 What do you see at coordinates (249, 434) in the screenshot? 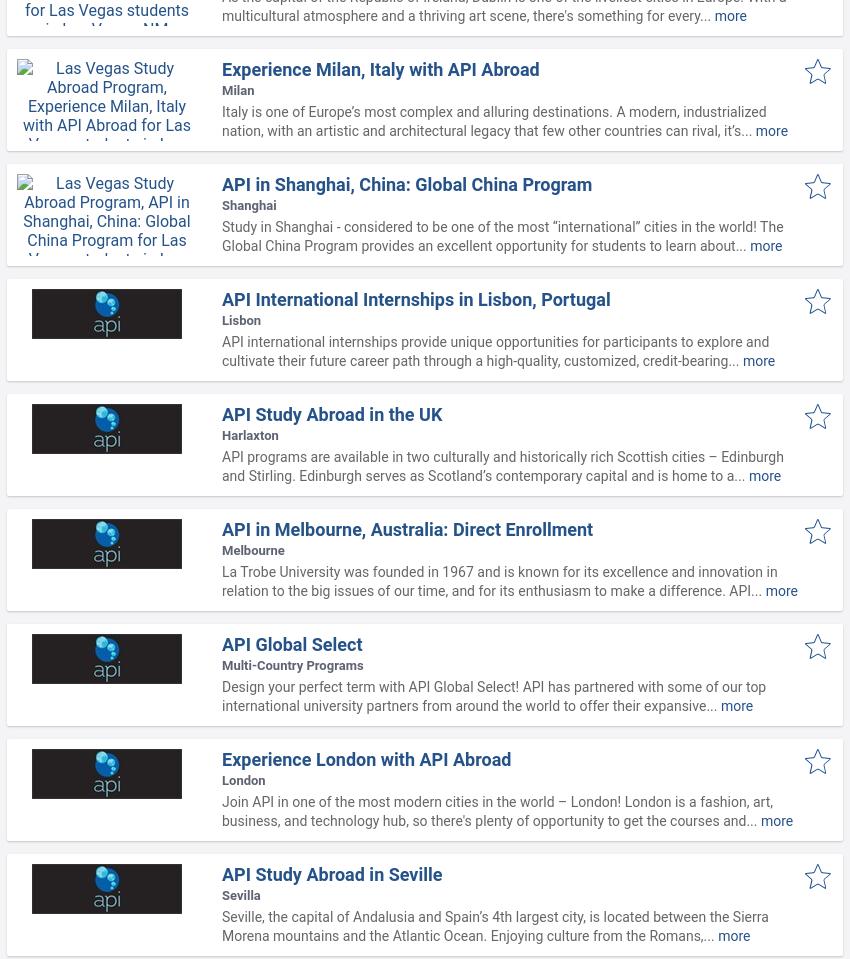
I see `'Harlaxton'` at bounding box center [249, 434].